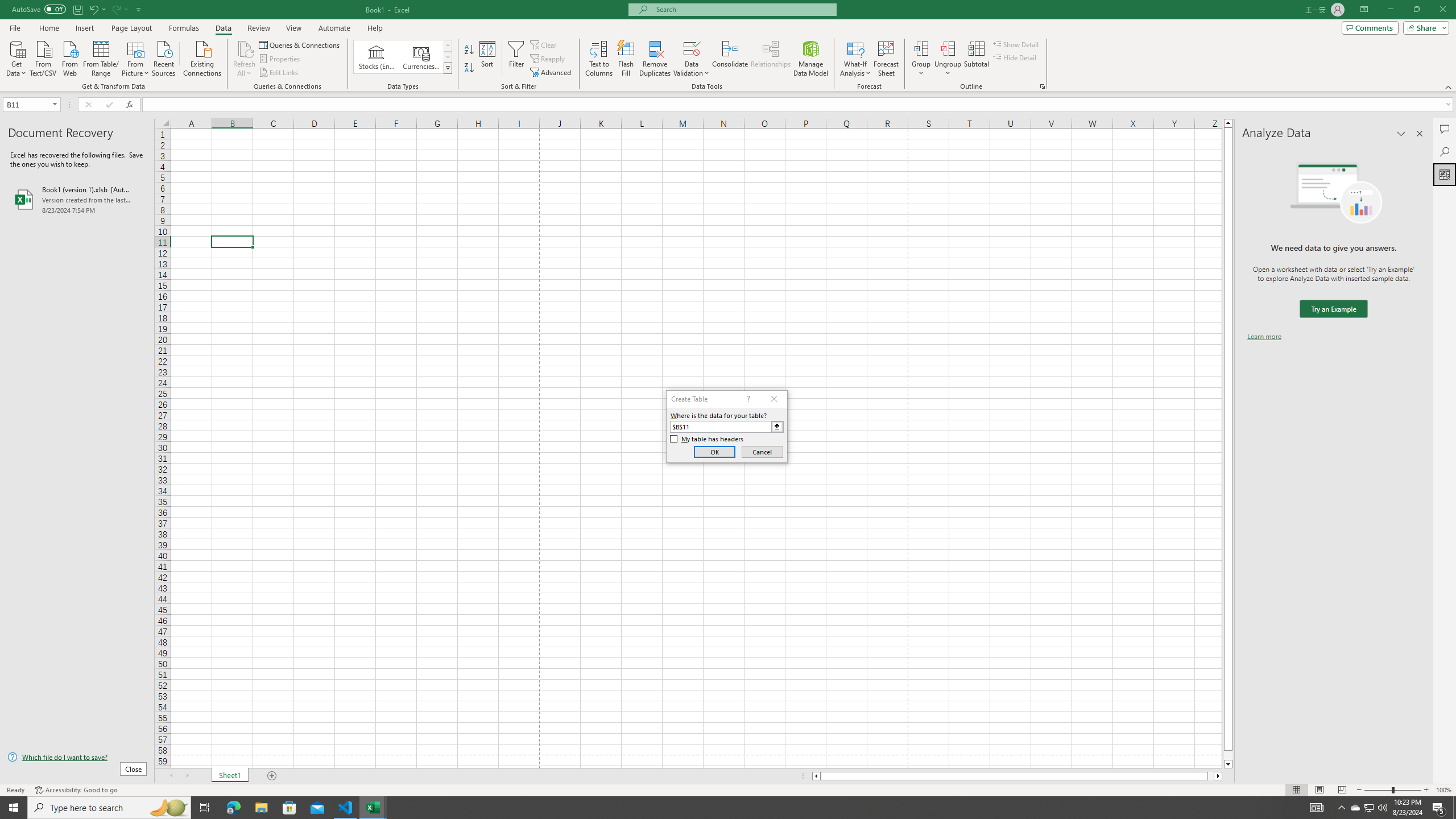 The width and height of the screenshot is (1456, 819). I want to click on 'From Table/Range', so click(100, 57).